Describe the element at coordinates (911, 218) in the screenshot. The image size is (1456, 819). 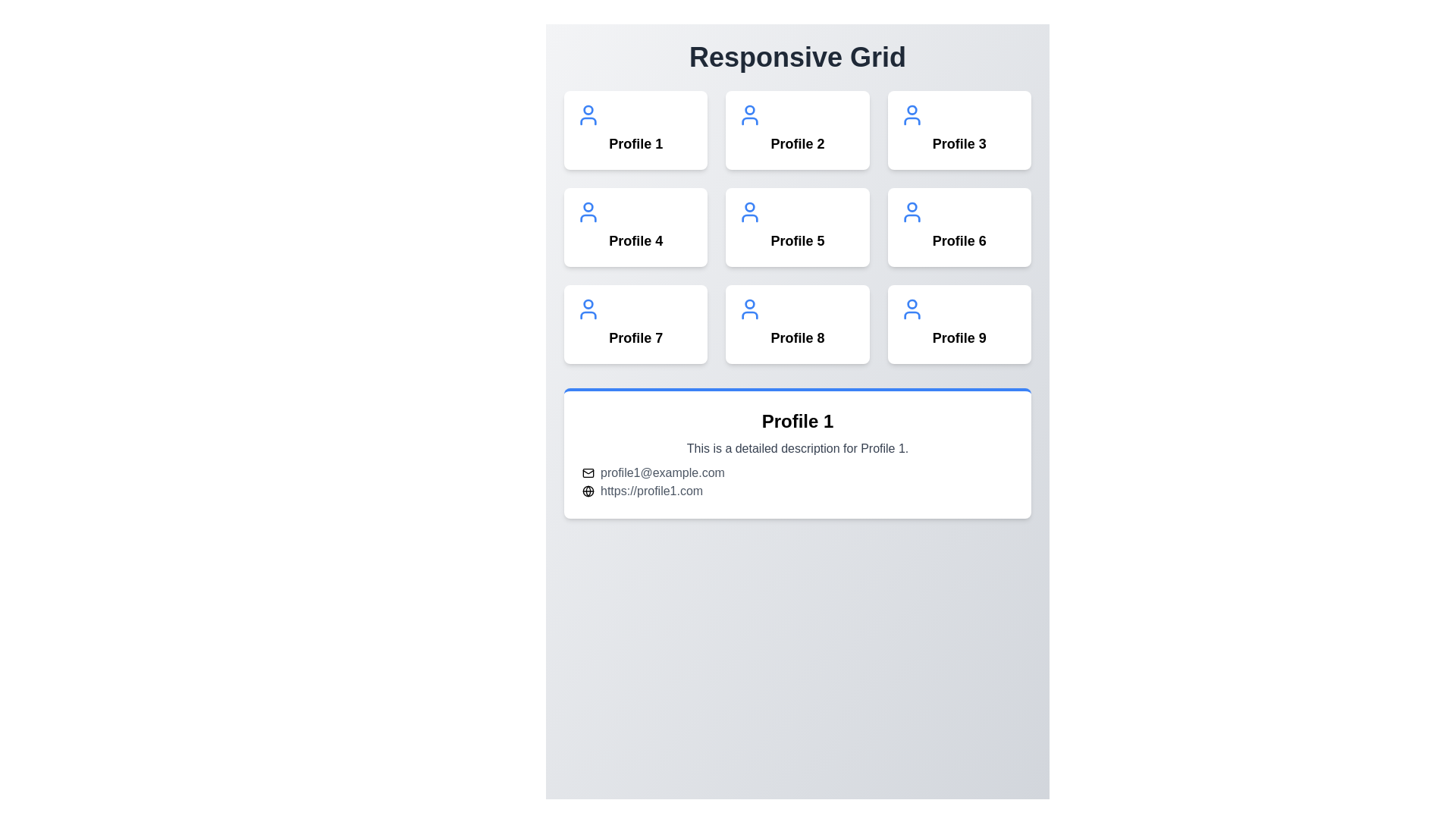
I see `the curved bottom section of the user profile icon in the 'Profile 6' card, which is the sixth card in a 3x3 grid of profile cards` at that location.